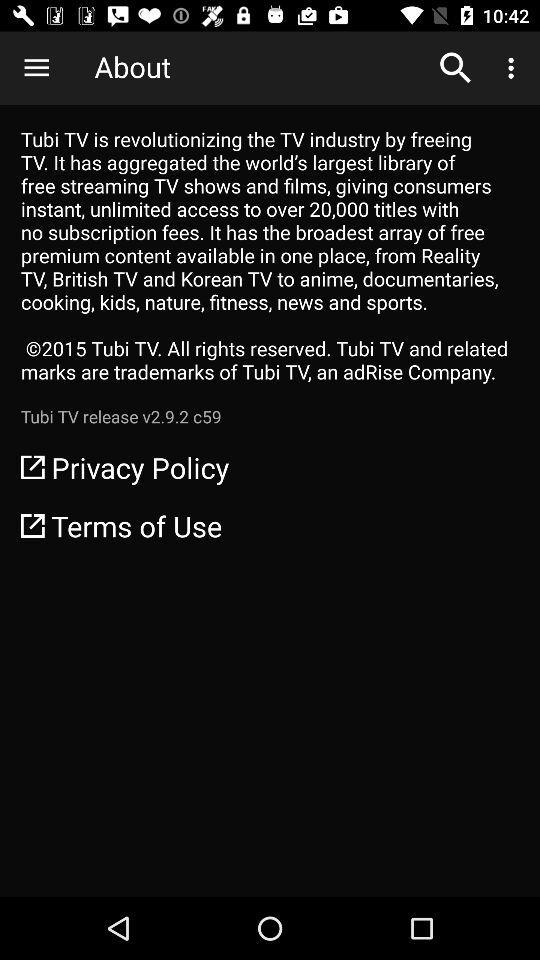 The width and height of the screenshot is (540, 960). I want to click on icon above tubi tv is icon, so click(513, 68).